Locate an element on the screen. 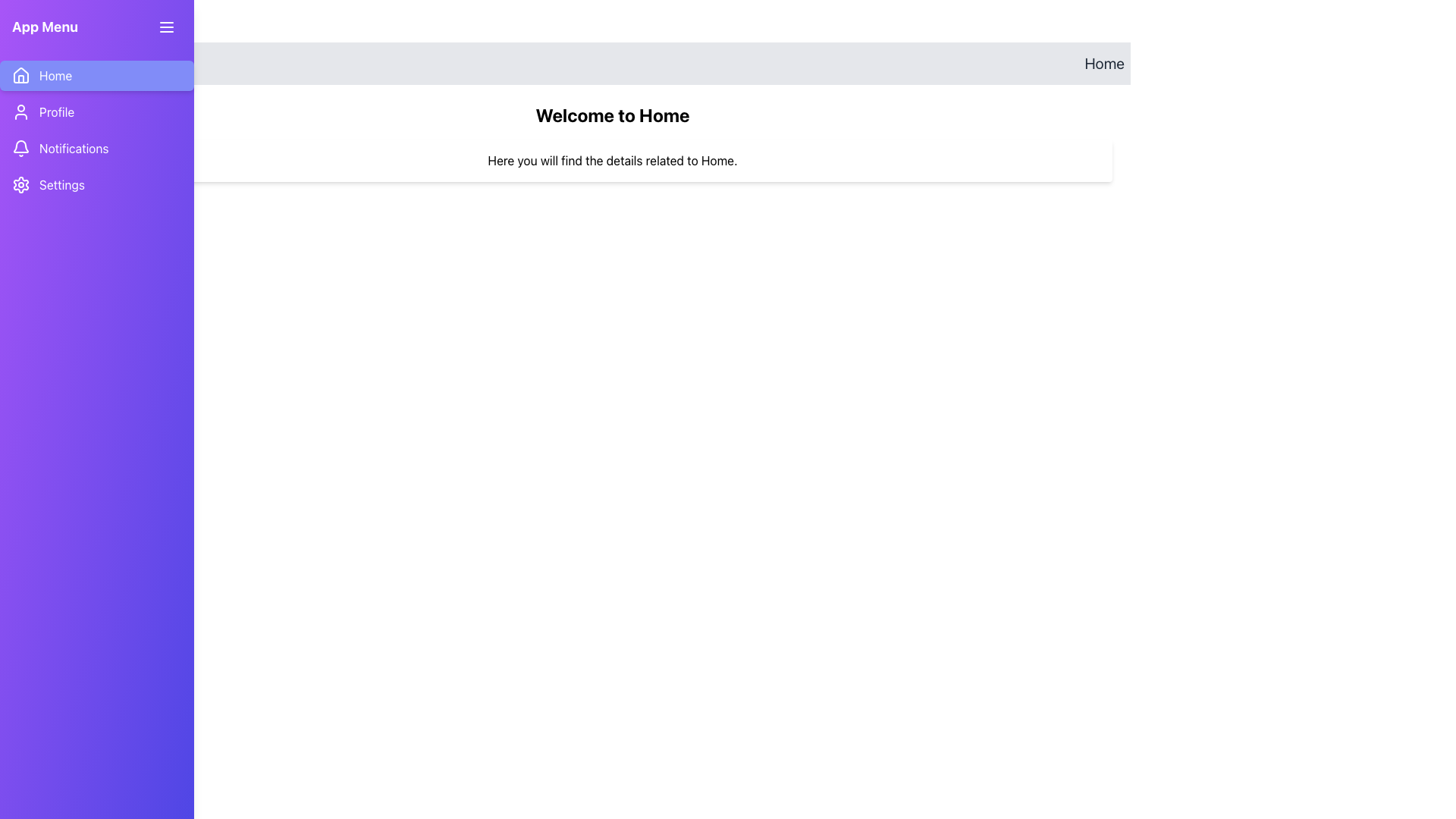 Image resolution: width=1456 pixels, height=819 pixels. the interactive button with an icon located in the top-right corner of the sidebar header, right of the 'App Menu' text is located at coordinates (167, 27).